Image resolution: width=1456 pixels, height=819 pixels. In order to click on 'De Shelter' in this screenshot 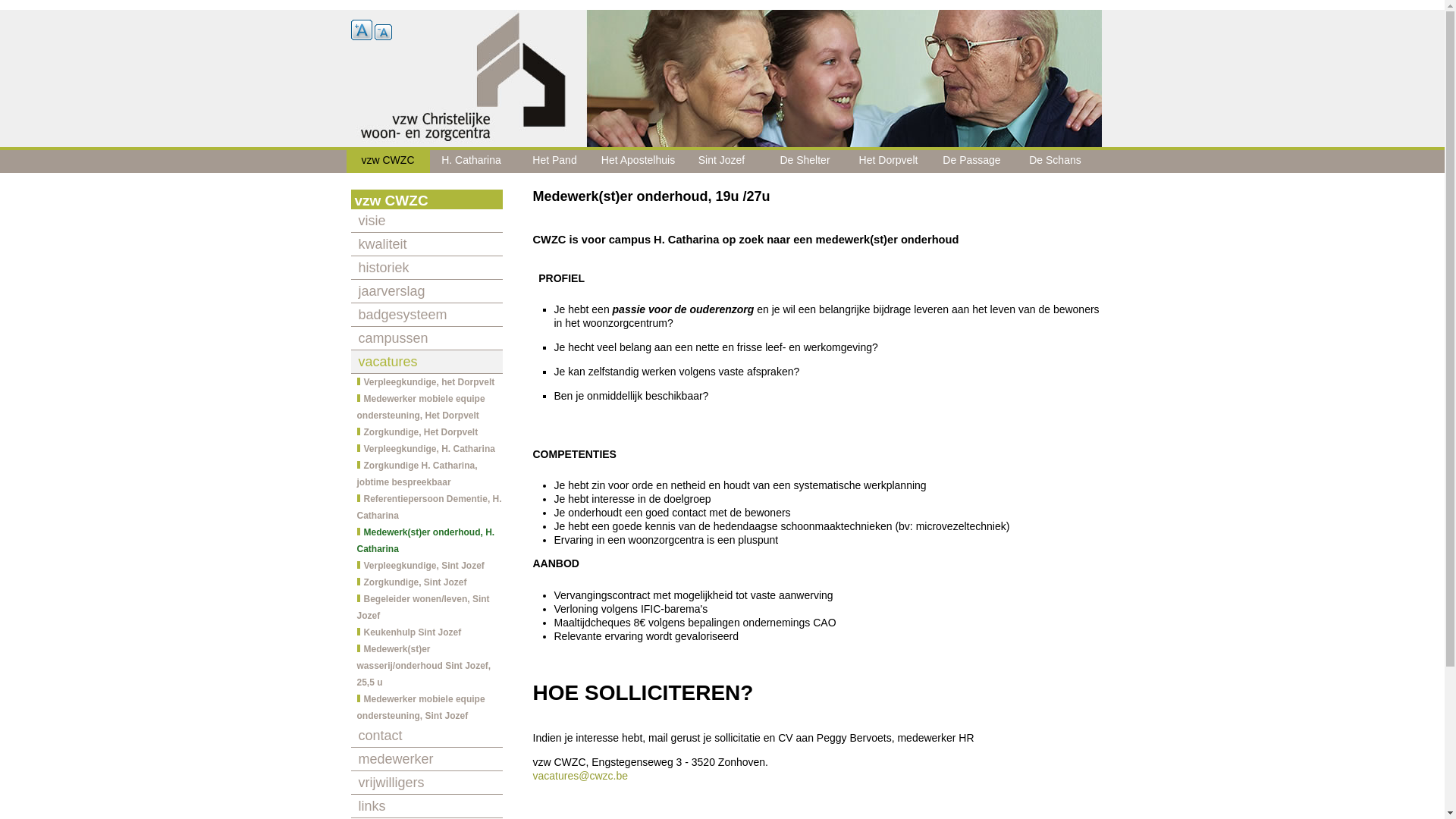, I will do `click(803, 160)`.